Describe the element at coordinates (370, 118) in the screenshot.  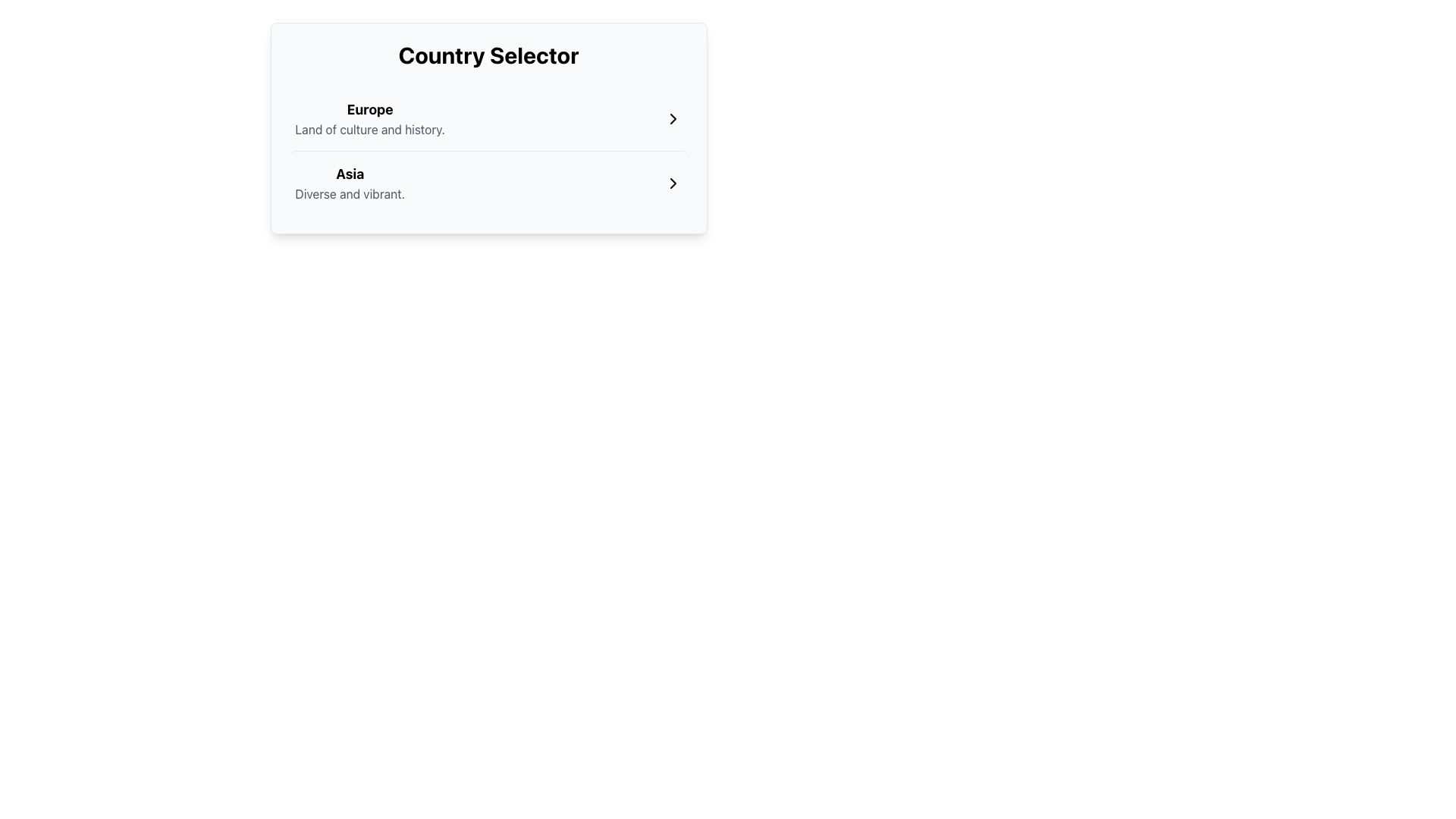
I see `the first list item that serves as a descriptor for the 'Europe' continent, which is part of the 'Country Selector' list` at that location.